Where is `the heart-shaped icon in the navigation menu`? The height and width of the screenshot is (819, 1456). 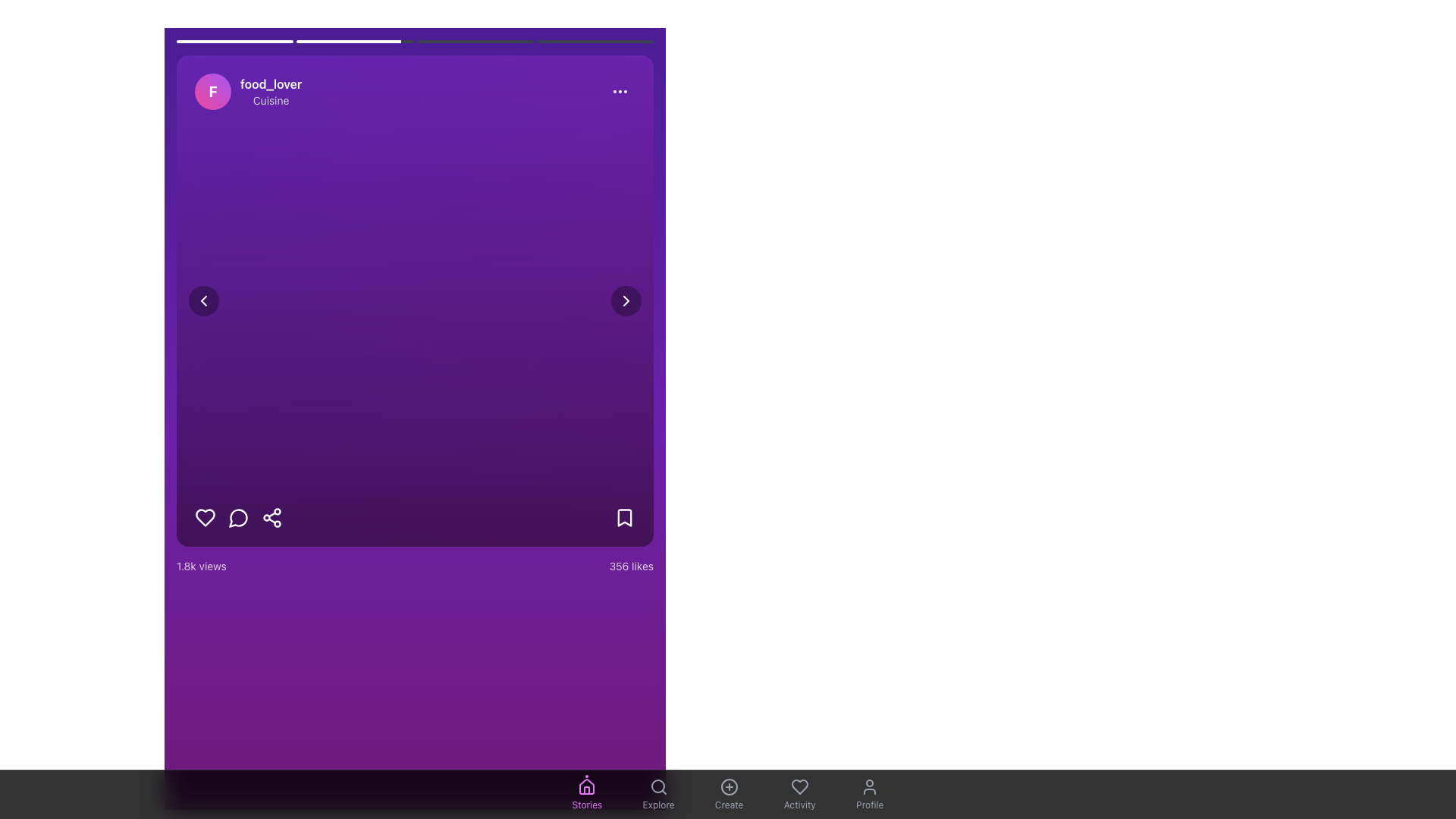
the heart-shaped icon in the navigation menu is located at coordinates (799, 786).